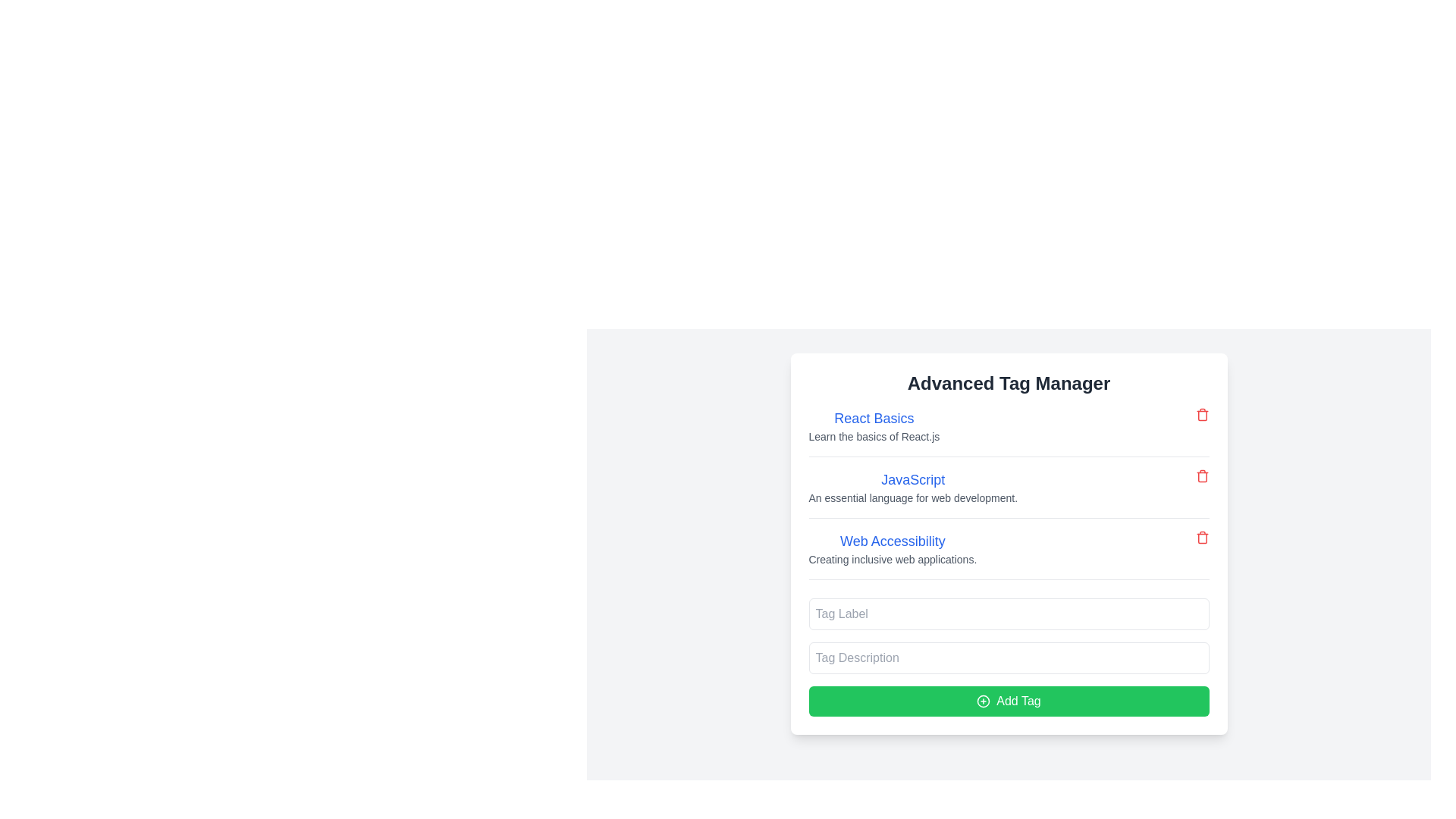 Image resolution: width=1456 pixels, height=819 pixels. What do you see at coordinates (1009, 494) in the screenshot?
I see `the list item titled 'JavaScript' within the 'Advanced Tag Manager' interface, which displays an educational topic and its description` at bounding box center [1009, 494].